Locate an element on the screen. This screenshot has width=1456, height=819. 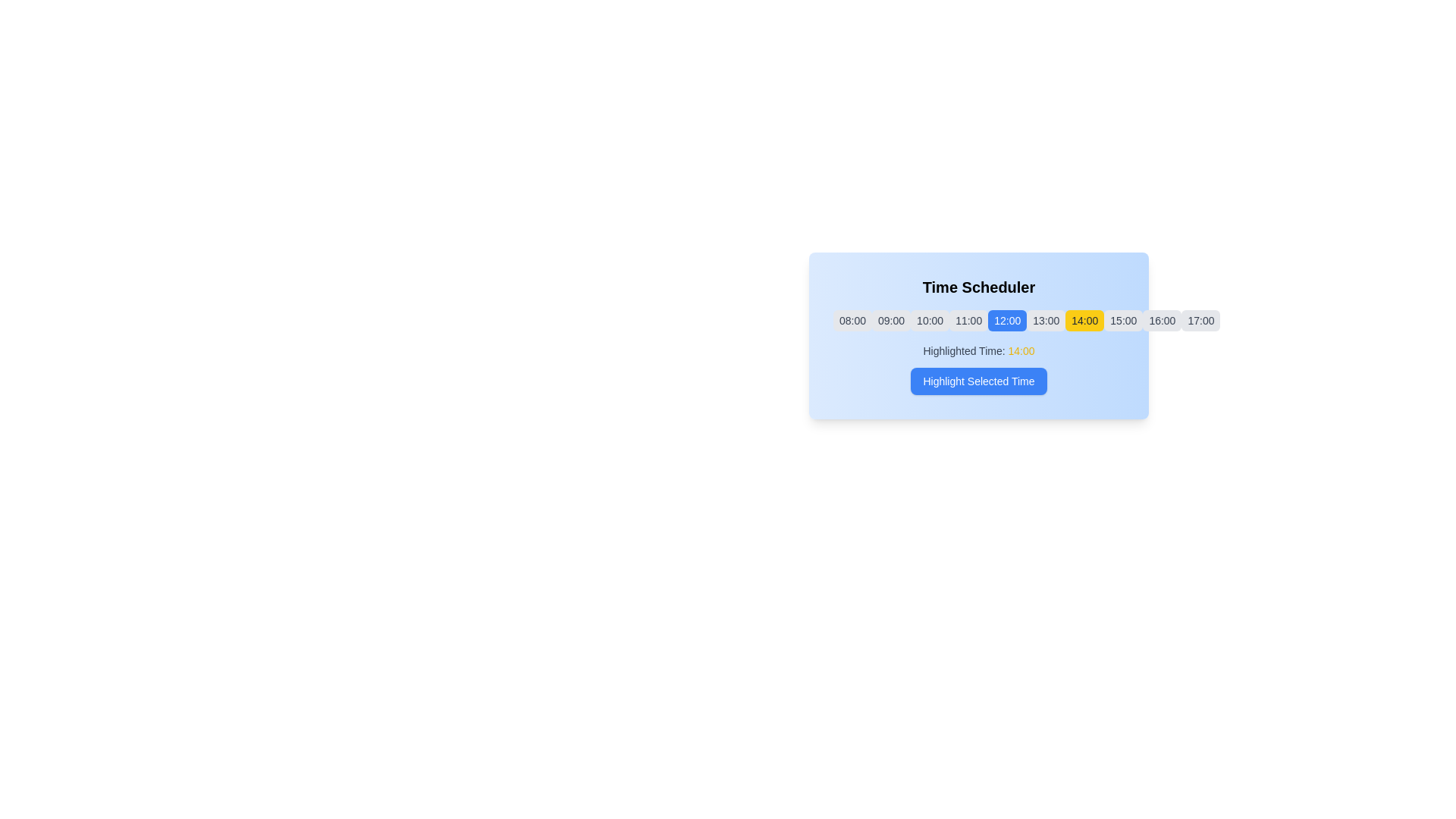
the first time option button labeled '08:00' is located at coordinates (852, 320).